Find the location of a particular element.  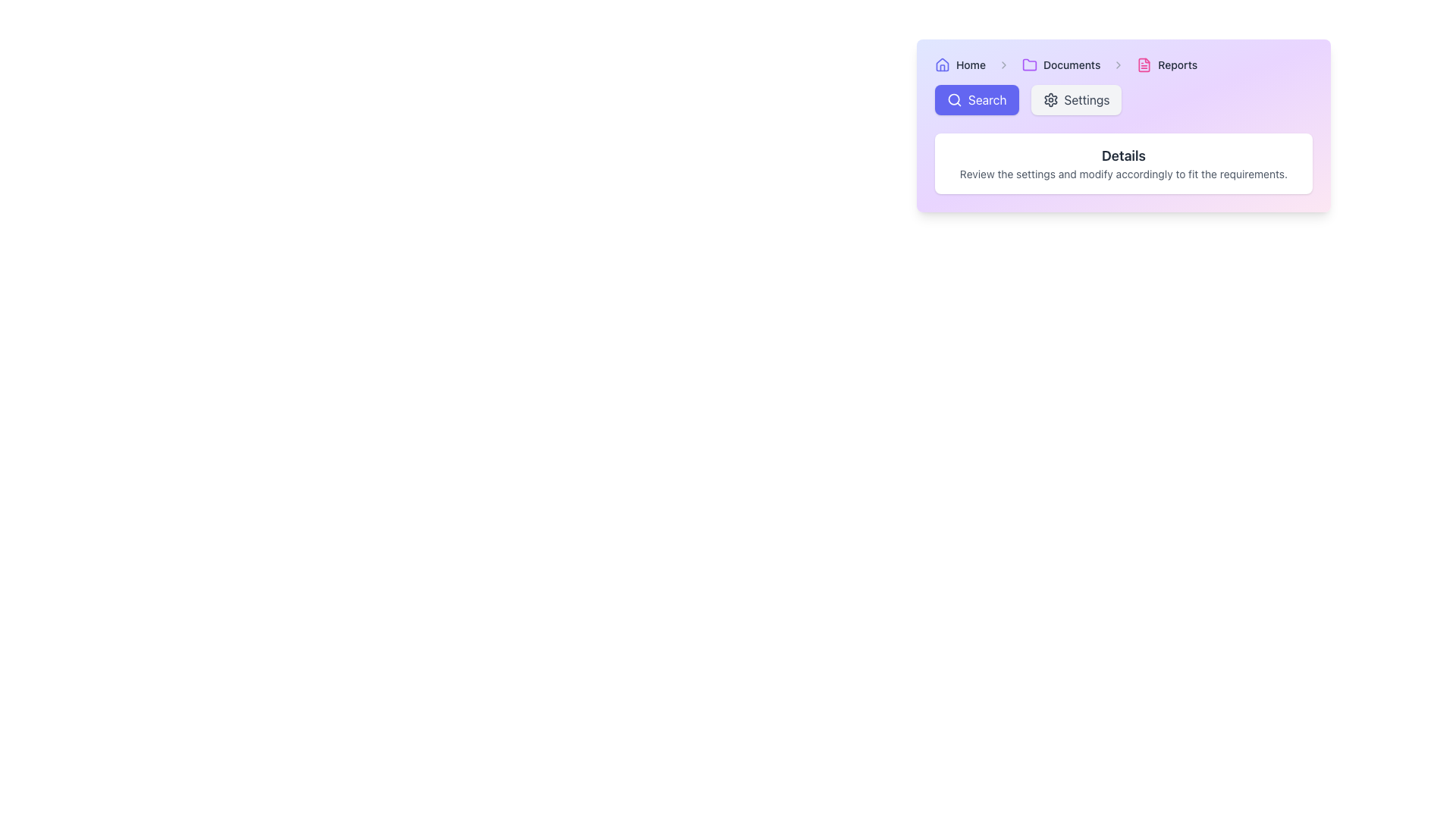

the settings icon located on the pink button labeled 'Settings' is located at coordinates (1050, 99).